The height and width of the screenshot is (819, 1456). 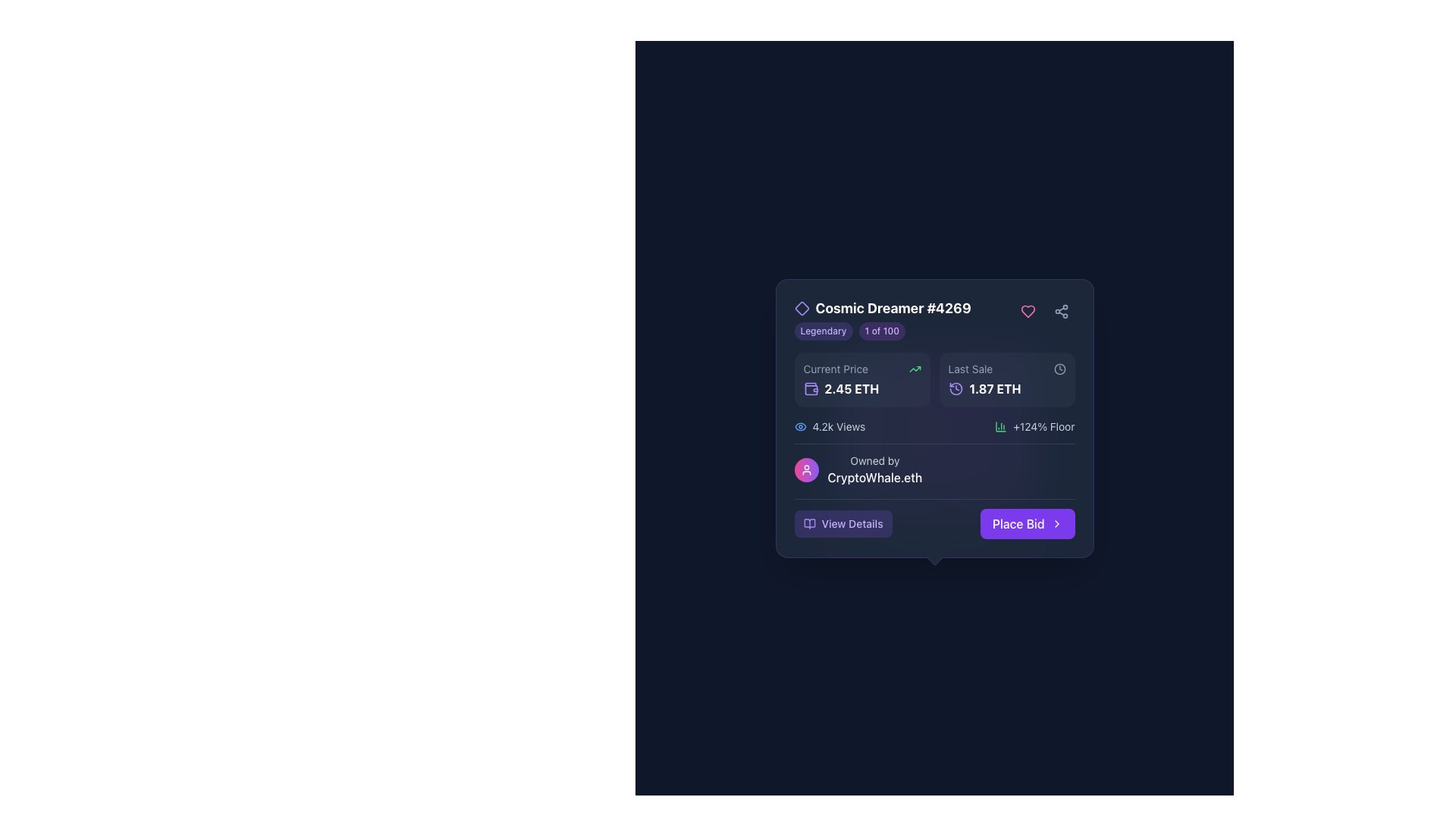 I want to click on the white stylized person icon located within a circular badge with a gradient background transitioning from pink to violet, positioned in the lower section of the card-like component, so click(x=805, y=469).